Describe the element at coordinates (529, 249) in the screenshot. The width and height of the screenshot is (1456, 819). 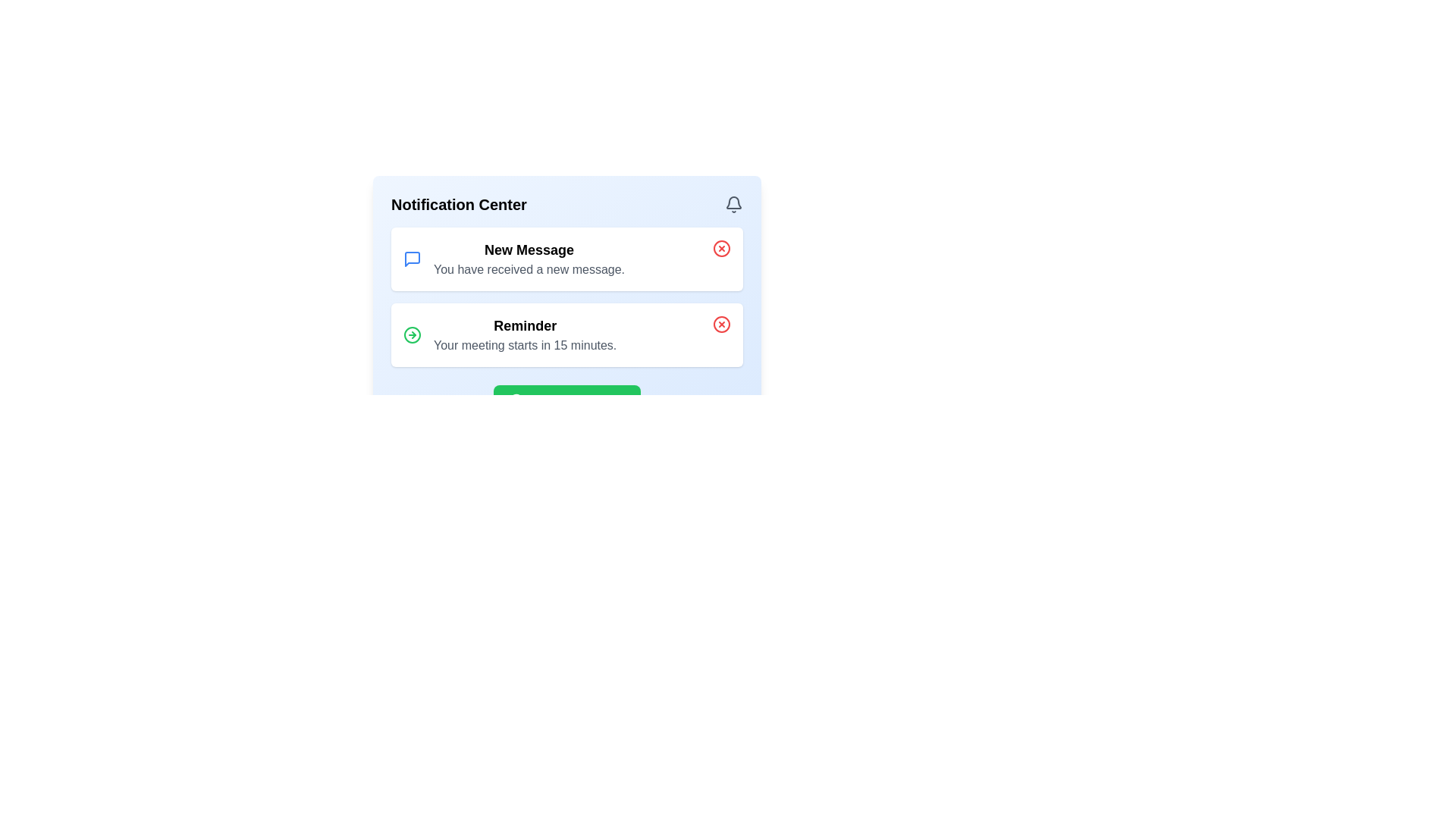
I see `title Text label of the notification located at the top section of the notification list, which summarizes the subject of the message` at that location.